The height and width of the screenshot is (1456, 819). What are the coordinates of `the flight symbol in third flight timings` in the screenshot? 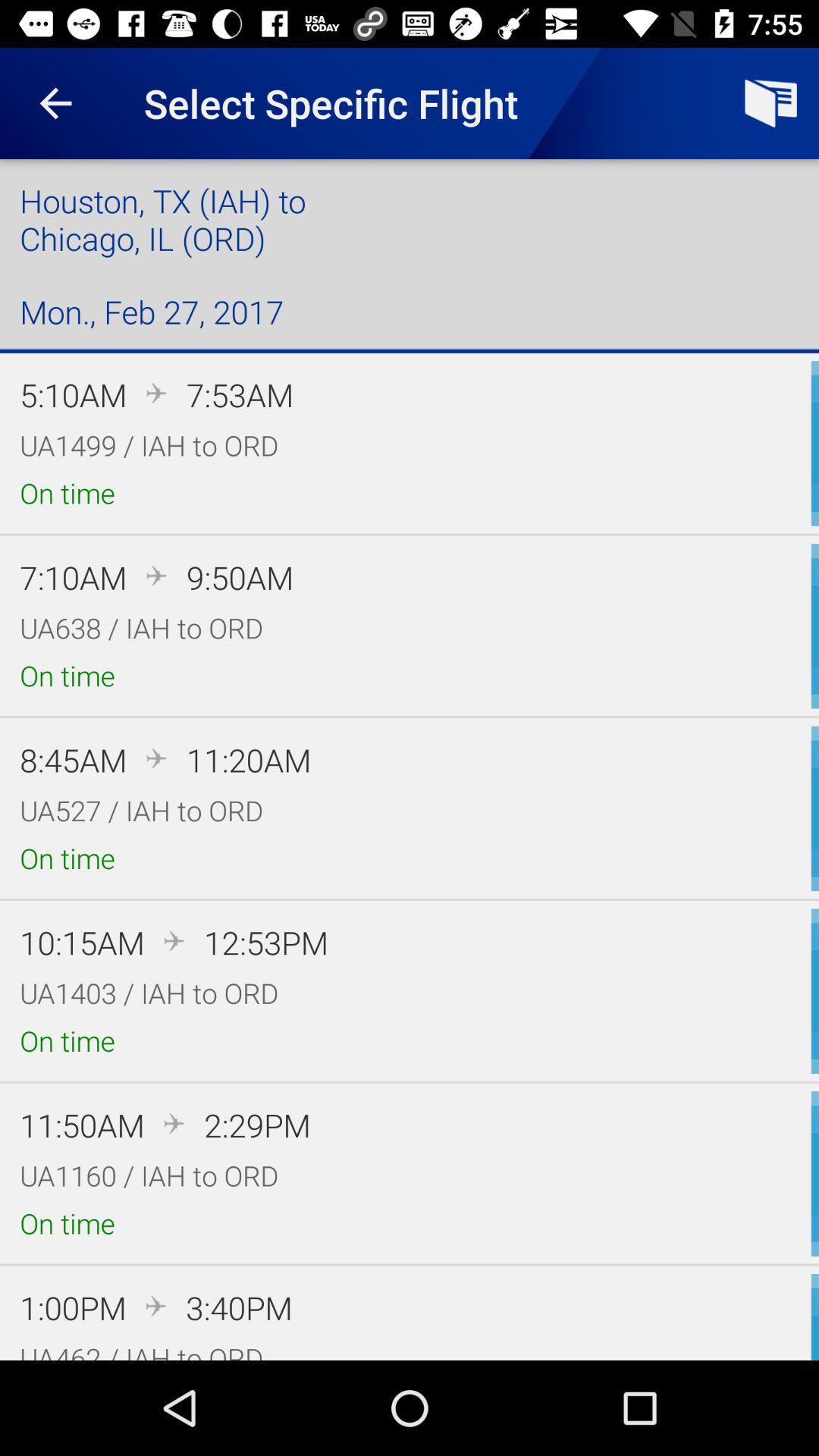 It's located at (157, 758).